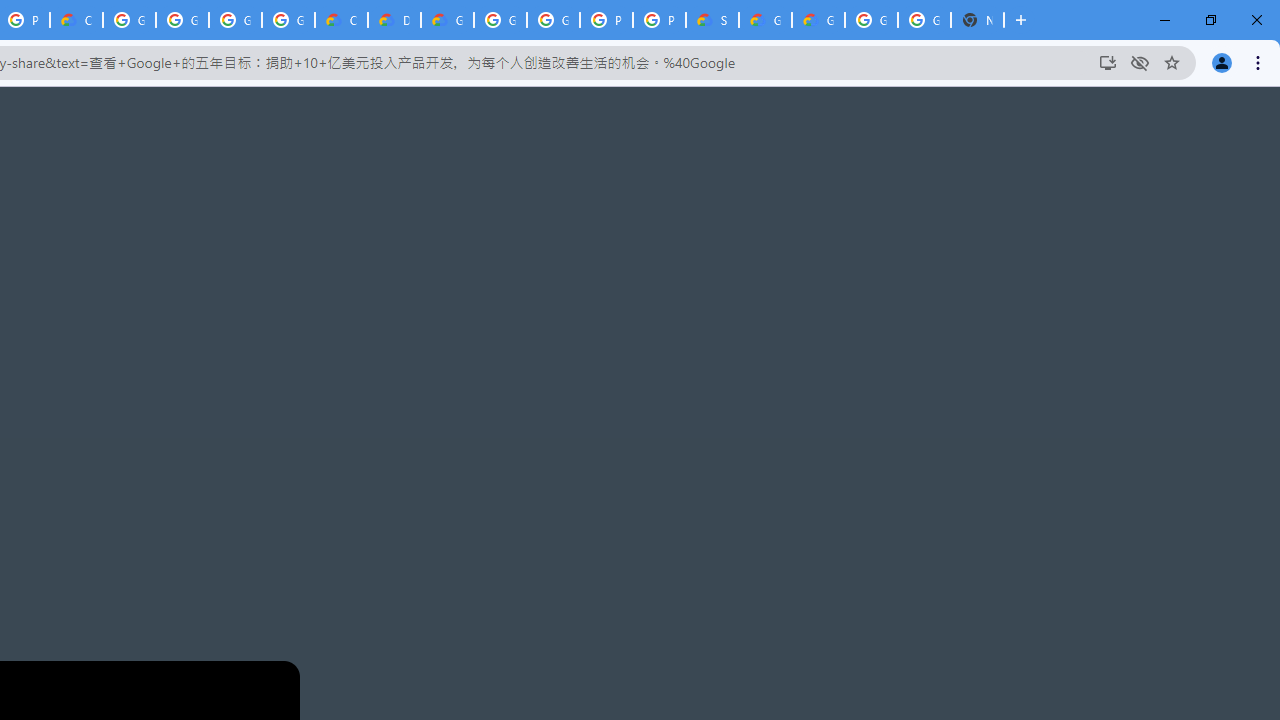  Describe the element at coordinates (500, 20) in the screenshot. I see `'Google Cloud Platform'` at that location.